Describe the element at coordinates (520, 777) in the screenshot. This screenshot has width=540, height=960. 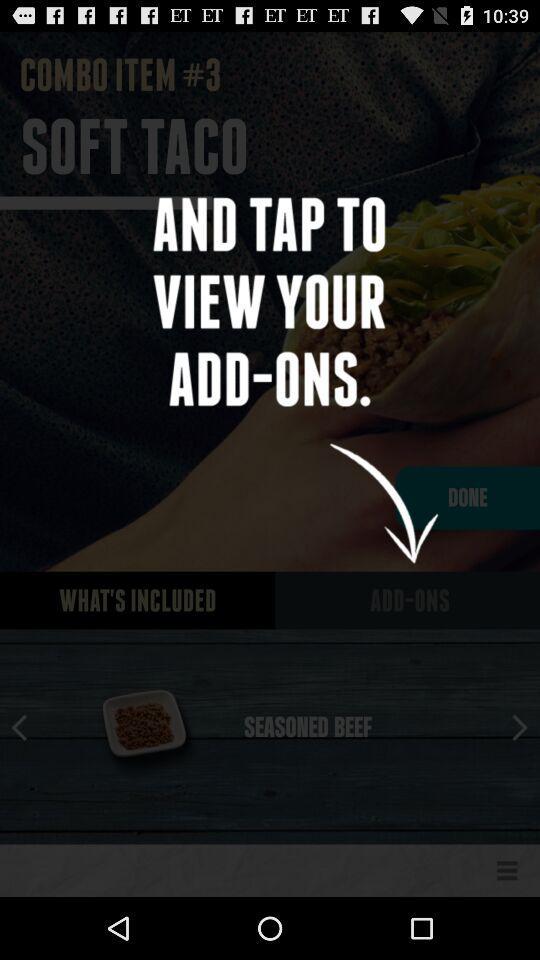
I see `the arrow_forward icon` at that location.